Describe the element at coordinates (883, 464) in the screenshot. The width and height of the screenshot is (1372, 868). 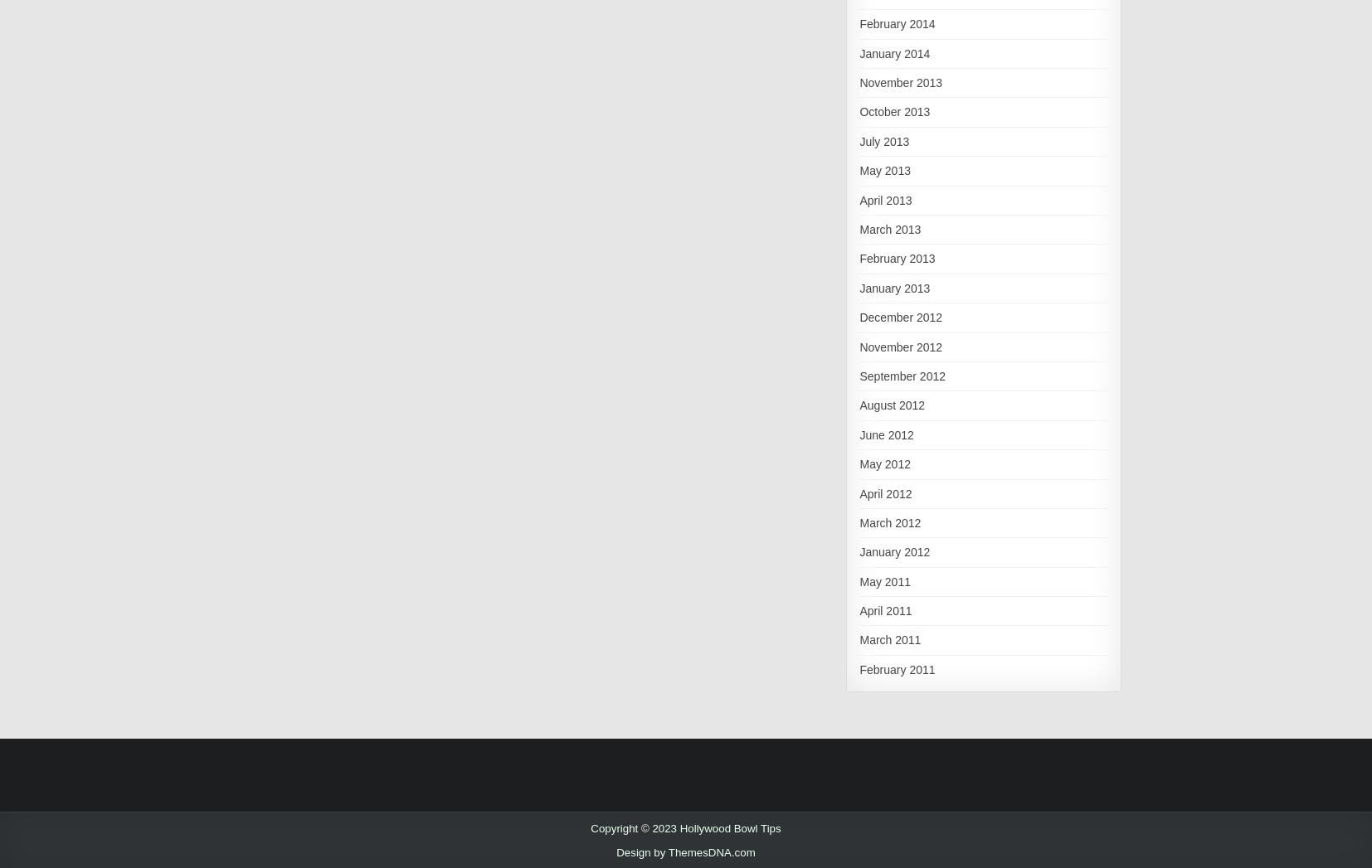
I see `'May 2012'` at that location.